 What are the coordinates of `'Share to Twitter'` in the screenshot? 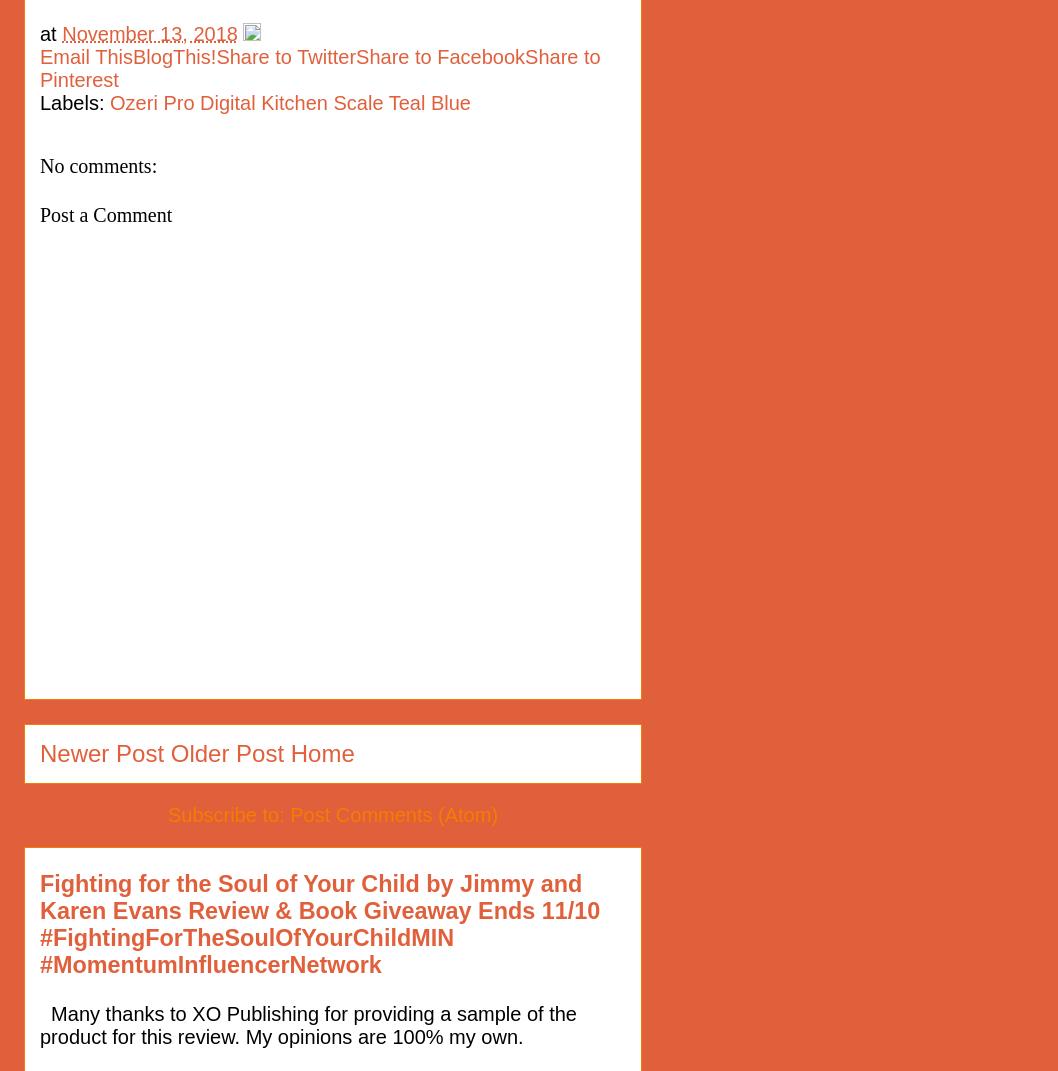 It's located at (284, 55).